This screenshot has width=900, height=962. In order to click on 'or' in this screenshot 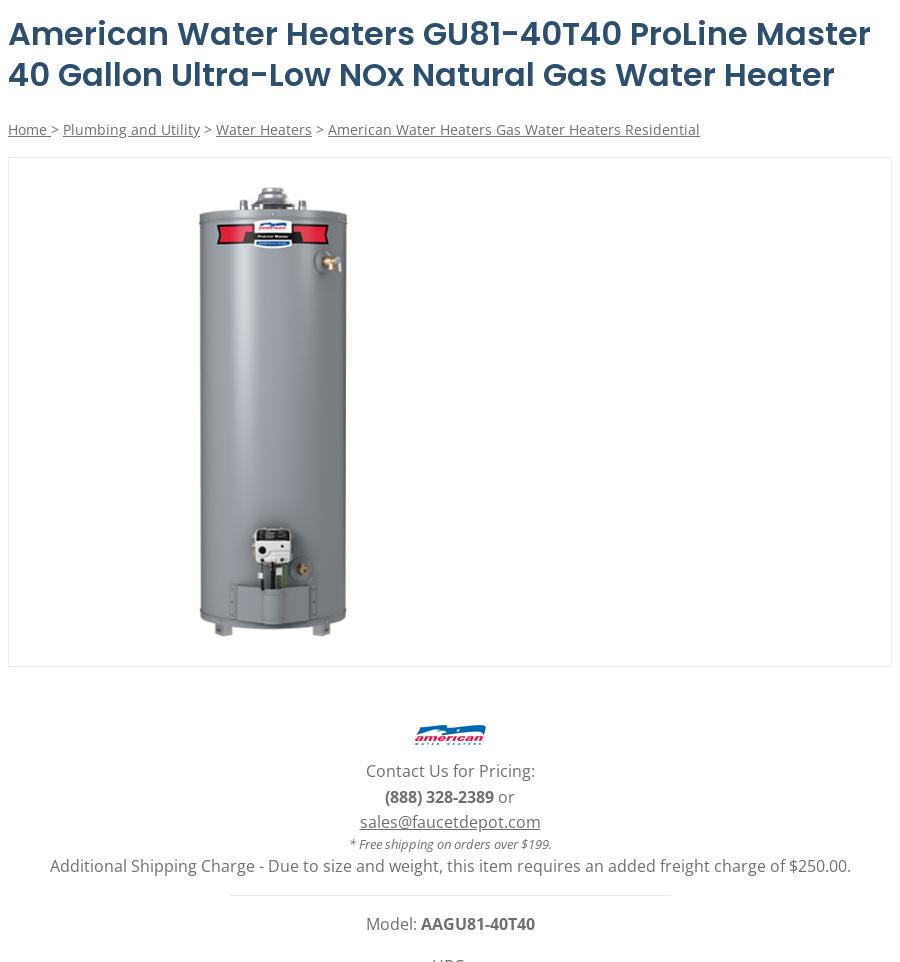, I will do `click(503, 794)`.